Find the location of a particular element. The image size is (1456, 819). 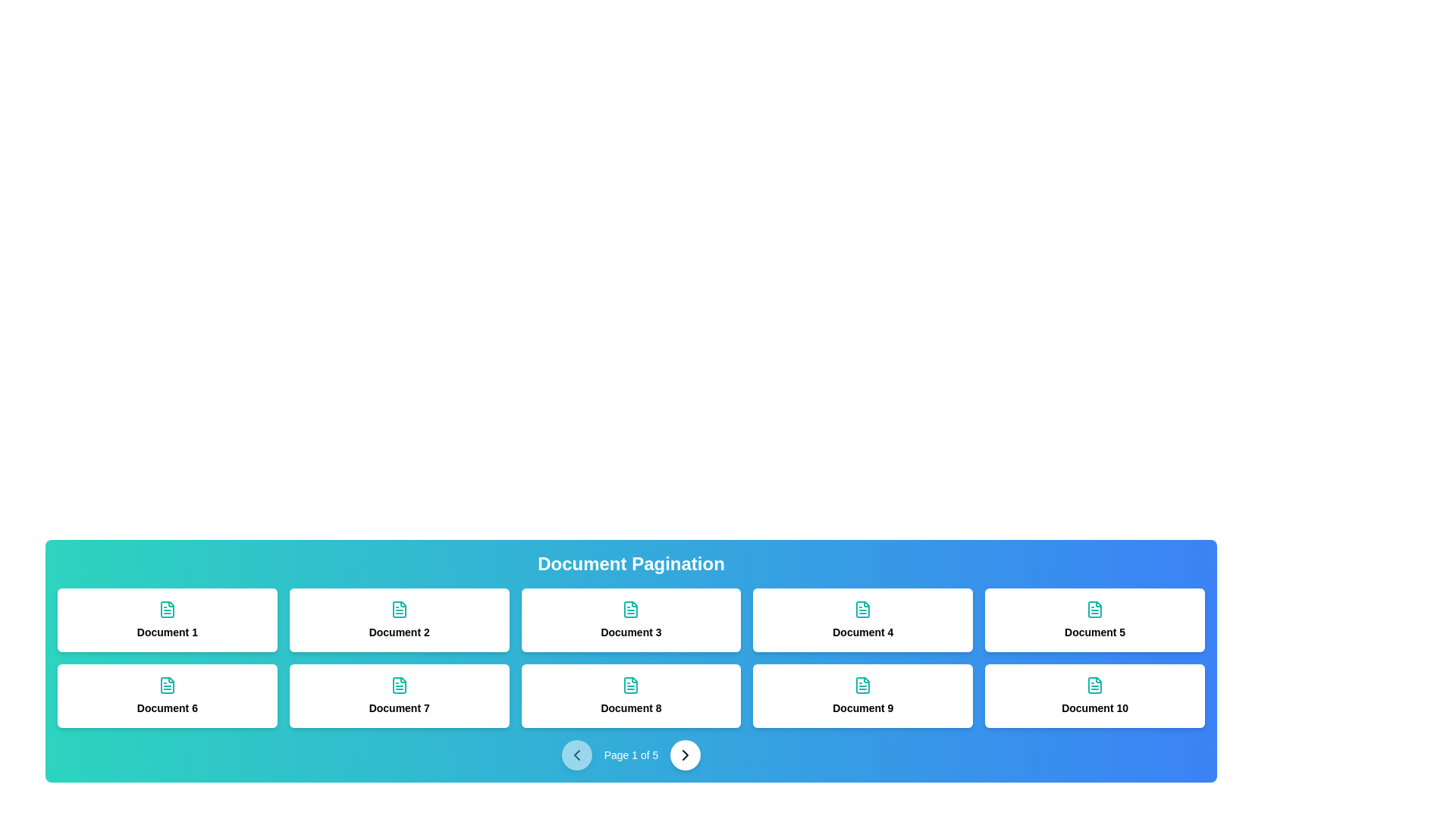

the document file icon, which is teal in color with outlined styling and has four horizontal lines inside, located above the label 'Document 9' is located at coordinates (863, 685).